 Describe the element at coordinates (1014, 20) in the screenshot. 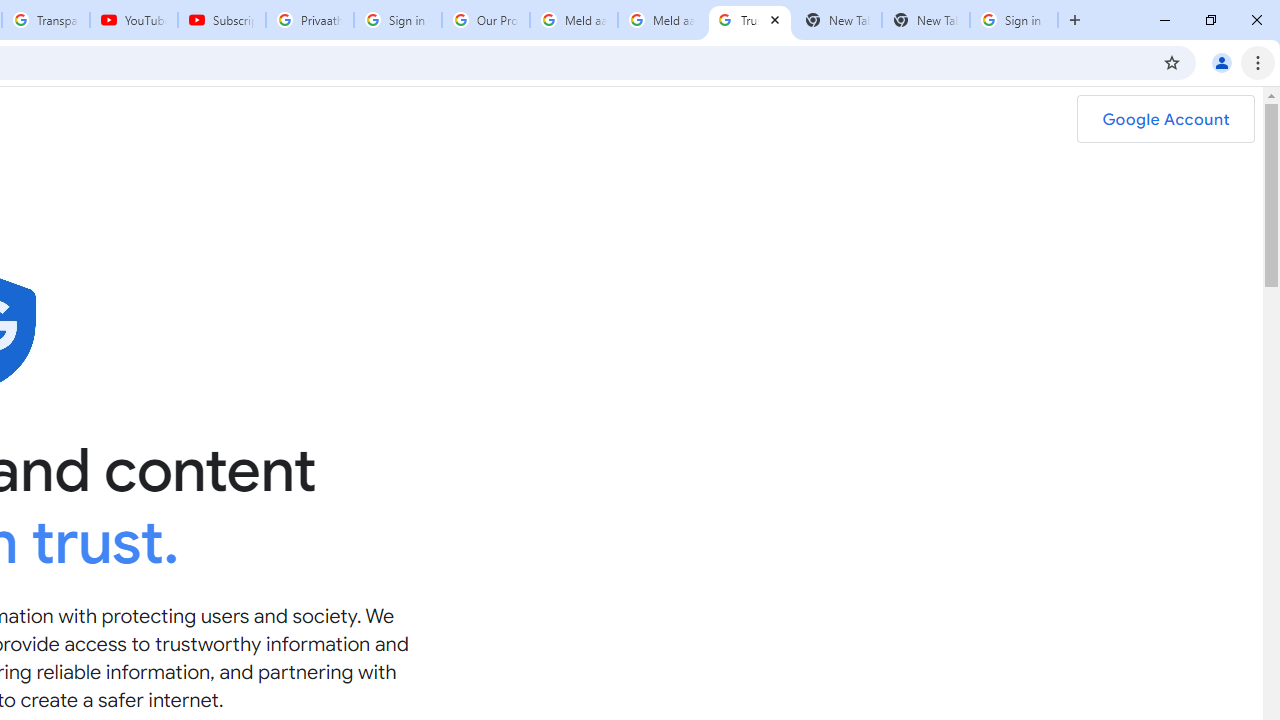

I see `'Sign in - Google Accounts'` at that location.